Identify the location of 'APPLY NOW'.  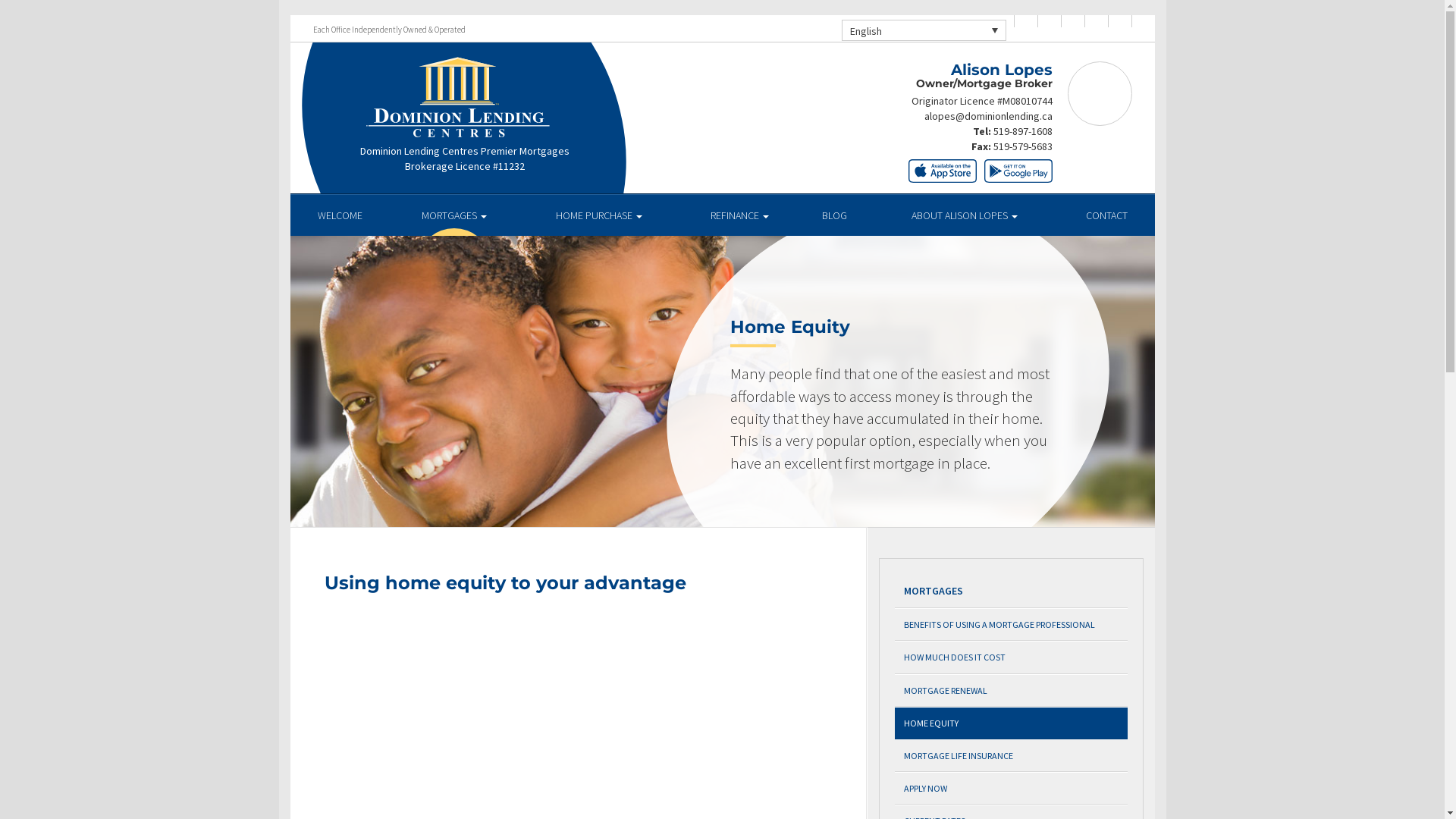
(1011, 787).